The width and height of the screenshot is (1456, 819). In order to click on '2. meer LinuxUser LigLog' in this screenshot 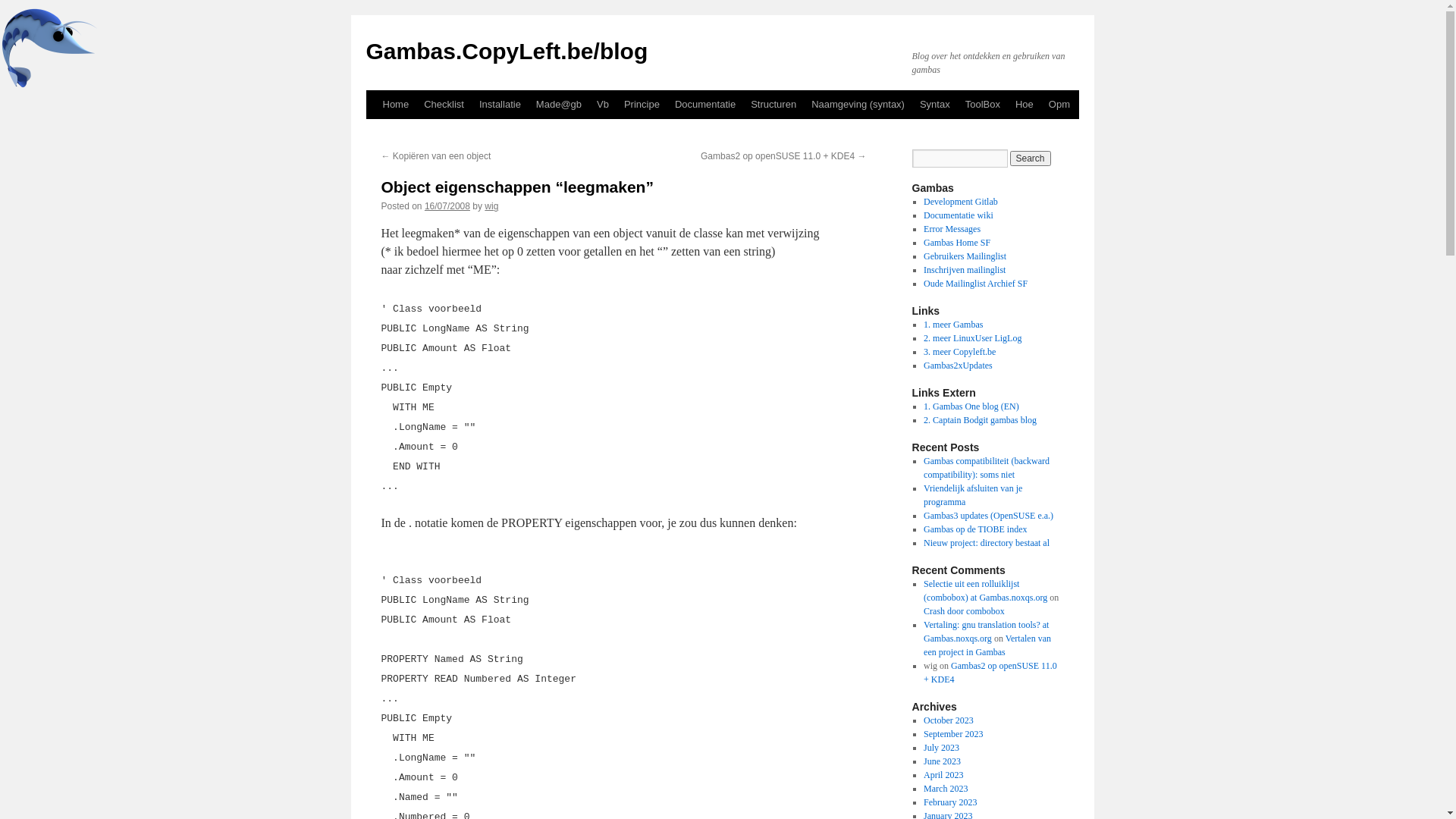, I will do `click(923, 337)`.